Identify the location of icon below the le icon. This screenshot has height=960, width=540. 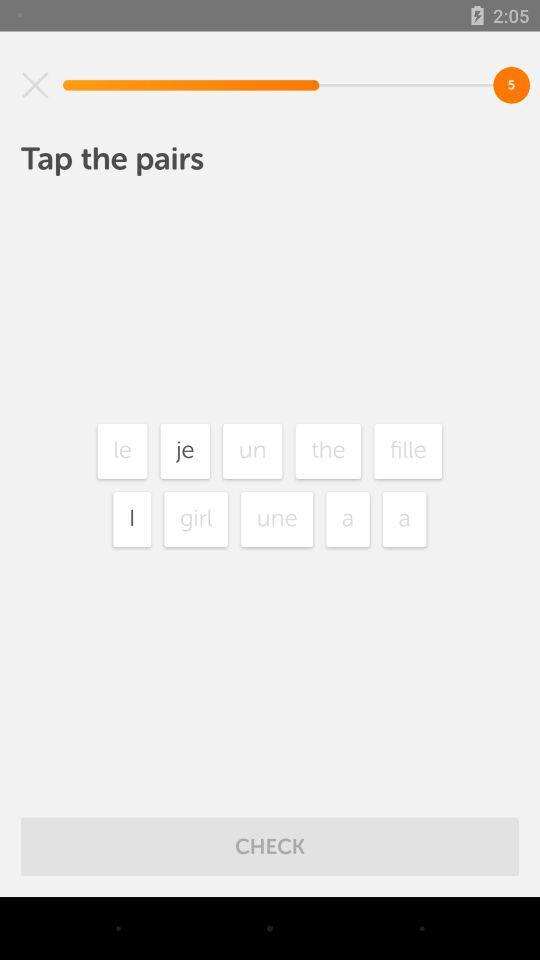
(132, 518).